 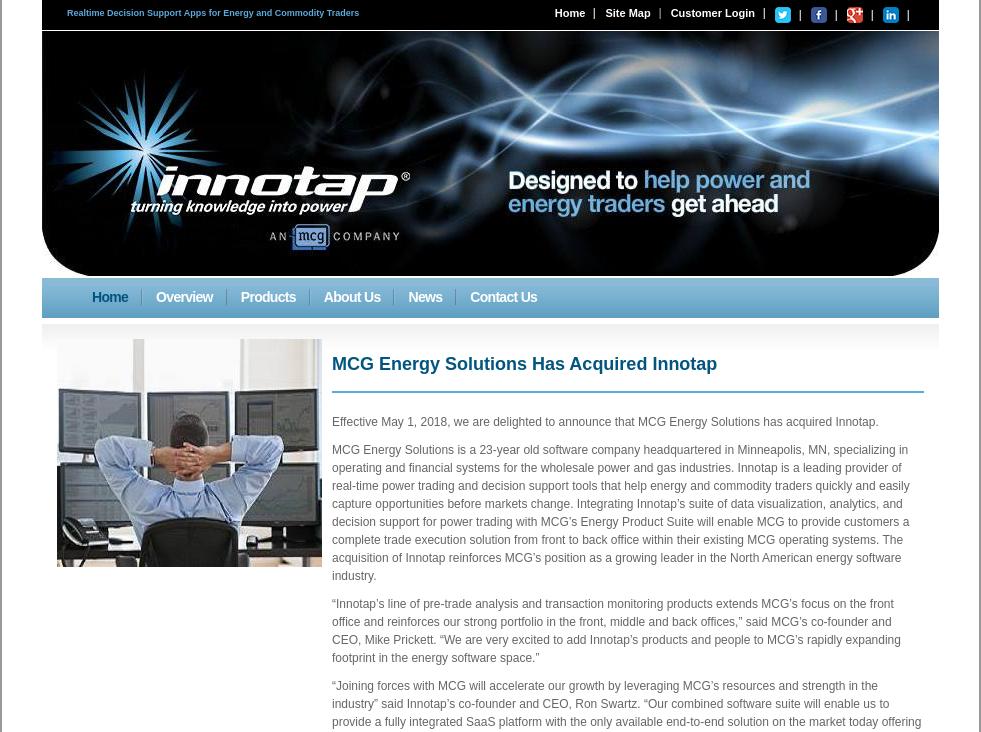 I want to click on 'MCG Energy Solutions Has Acquired Innotap', so click(x=524, y=364).